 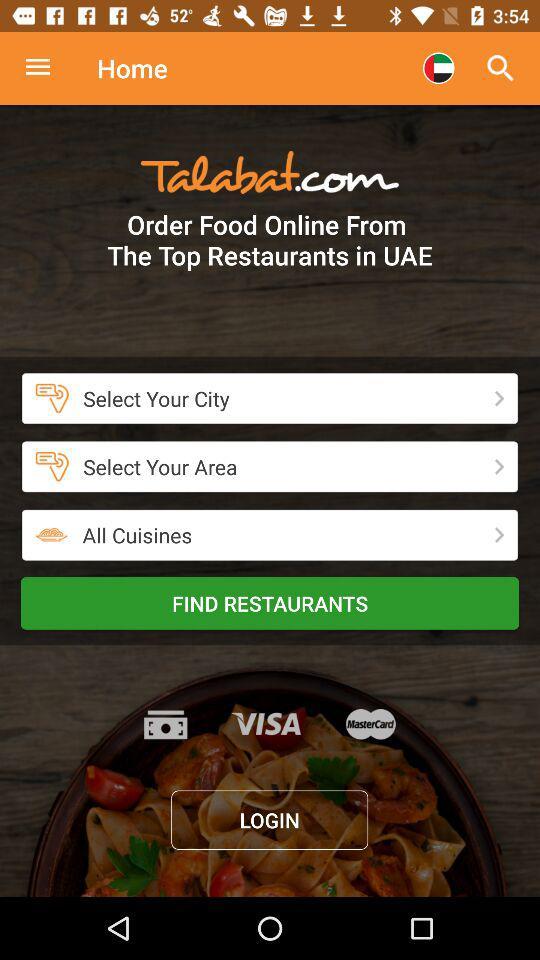 I want to click on choose country, so click(x=437, y=68).